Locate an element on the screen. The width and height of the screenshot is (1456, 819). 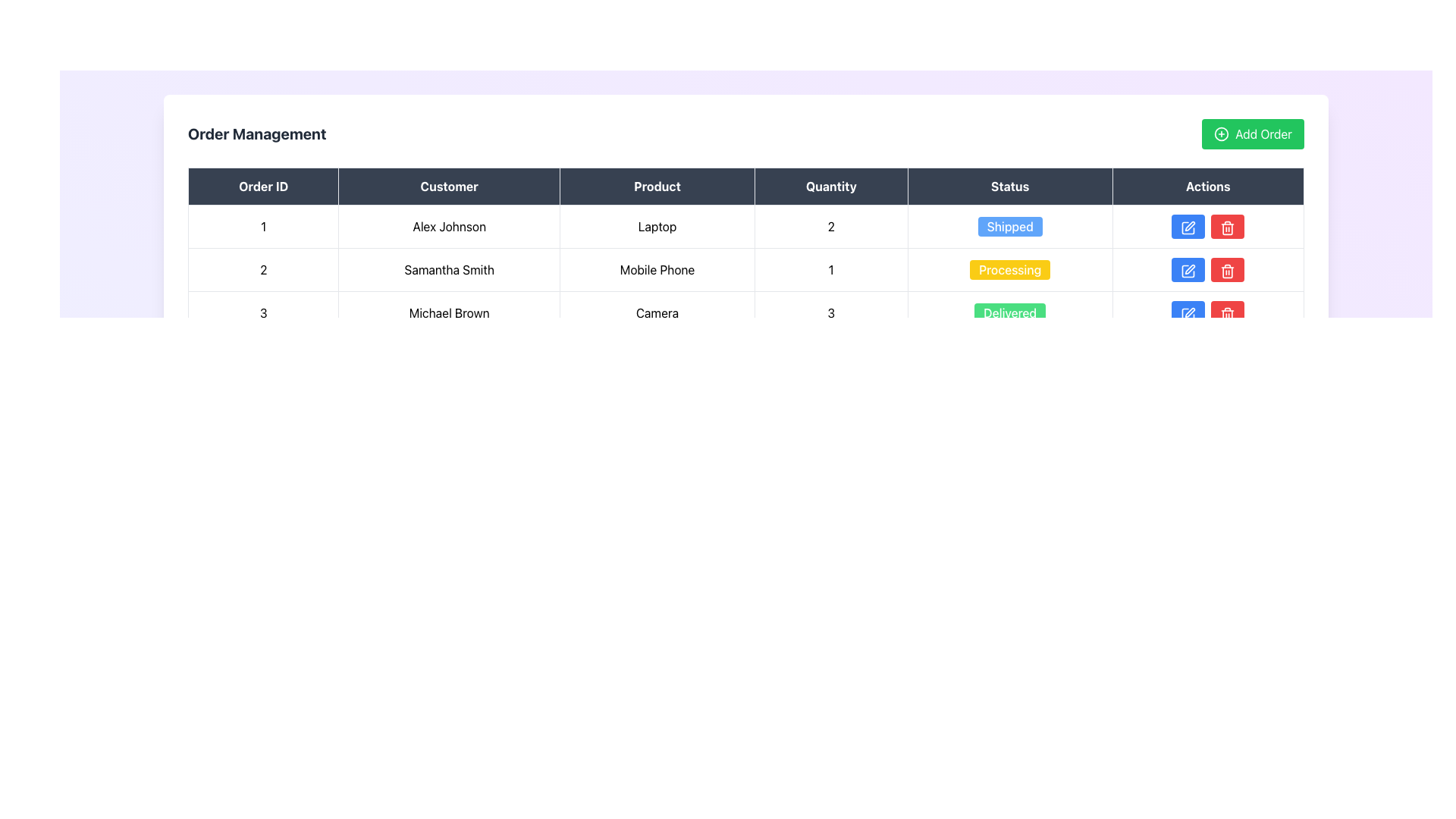
the 'Customer' table header cell, which labels the column containing customer information and is located between 'Order ID' and 'Product' is located at coordinates (448, 186).